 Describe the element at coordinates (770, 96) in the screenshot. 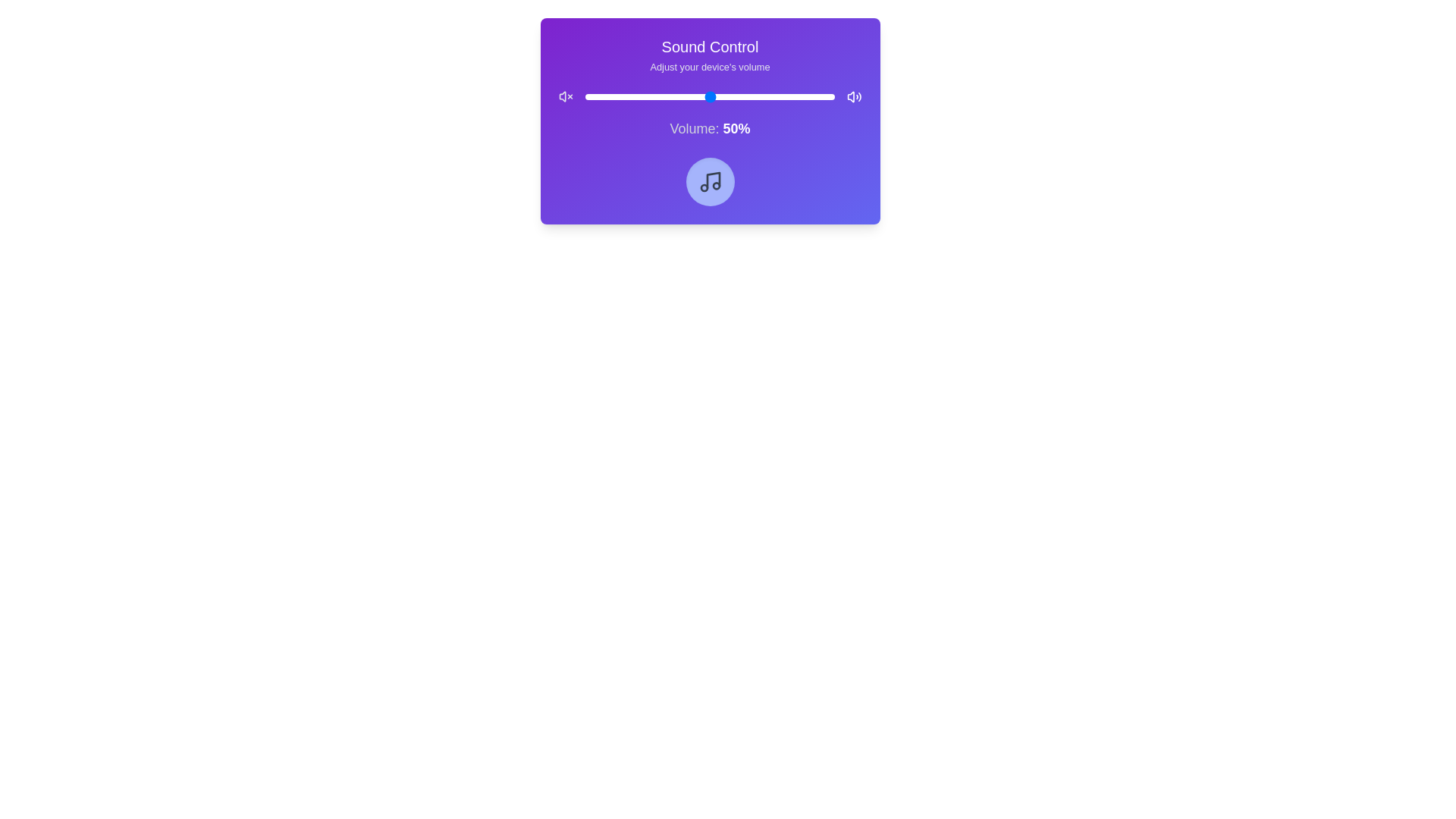

I see `the volume slider to 74%` at that location.